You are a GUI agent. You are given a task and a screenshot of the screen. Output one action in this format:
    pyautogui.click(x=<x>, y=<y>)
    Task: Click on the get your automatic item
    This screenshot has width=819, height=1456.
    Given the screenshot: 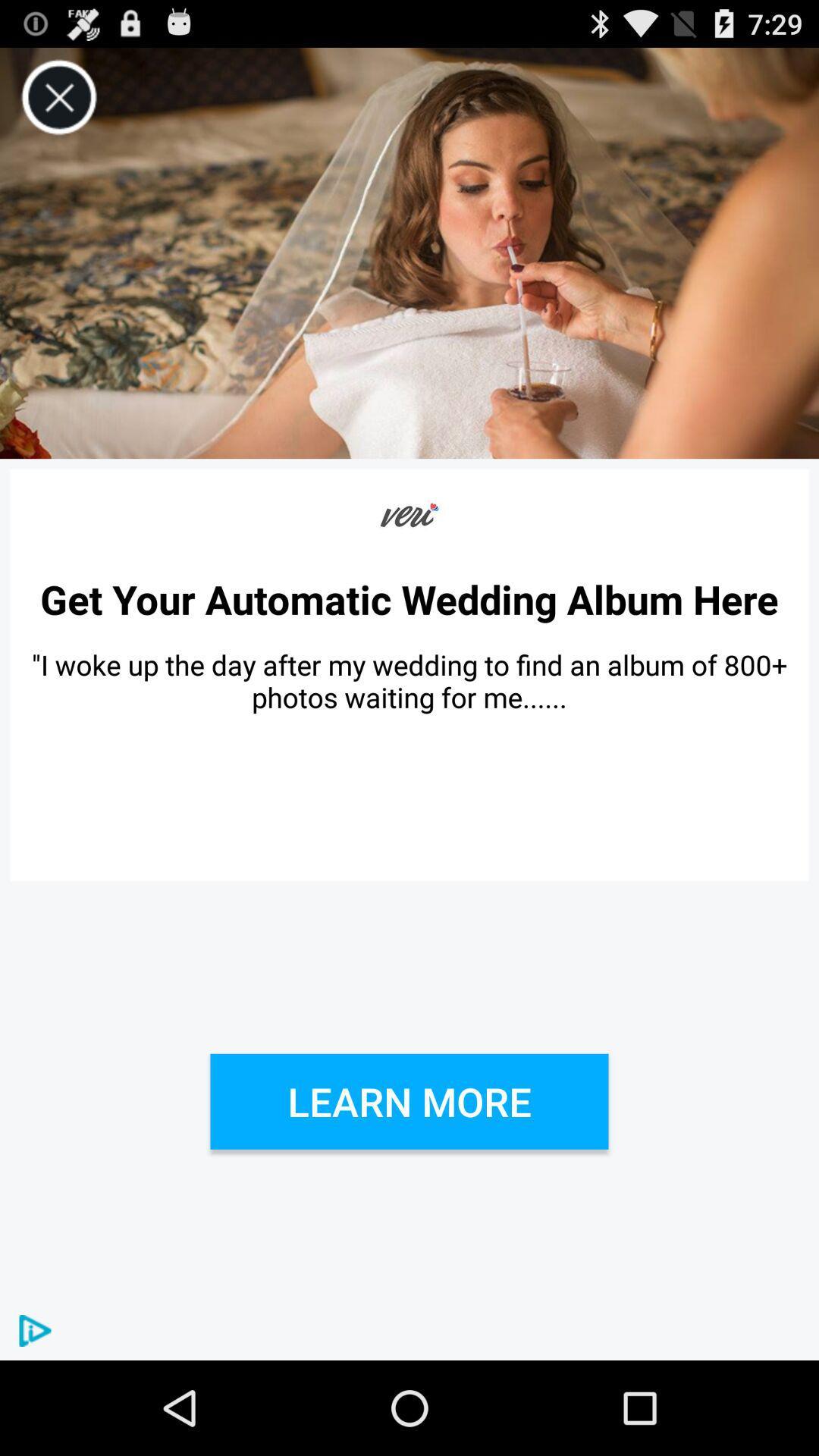 What is the action you would take?
    pyautogui.click(x=409, y=598)
    